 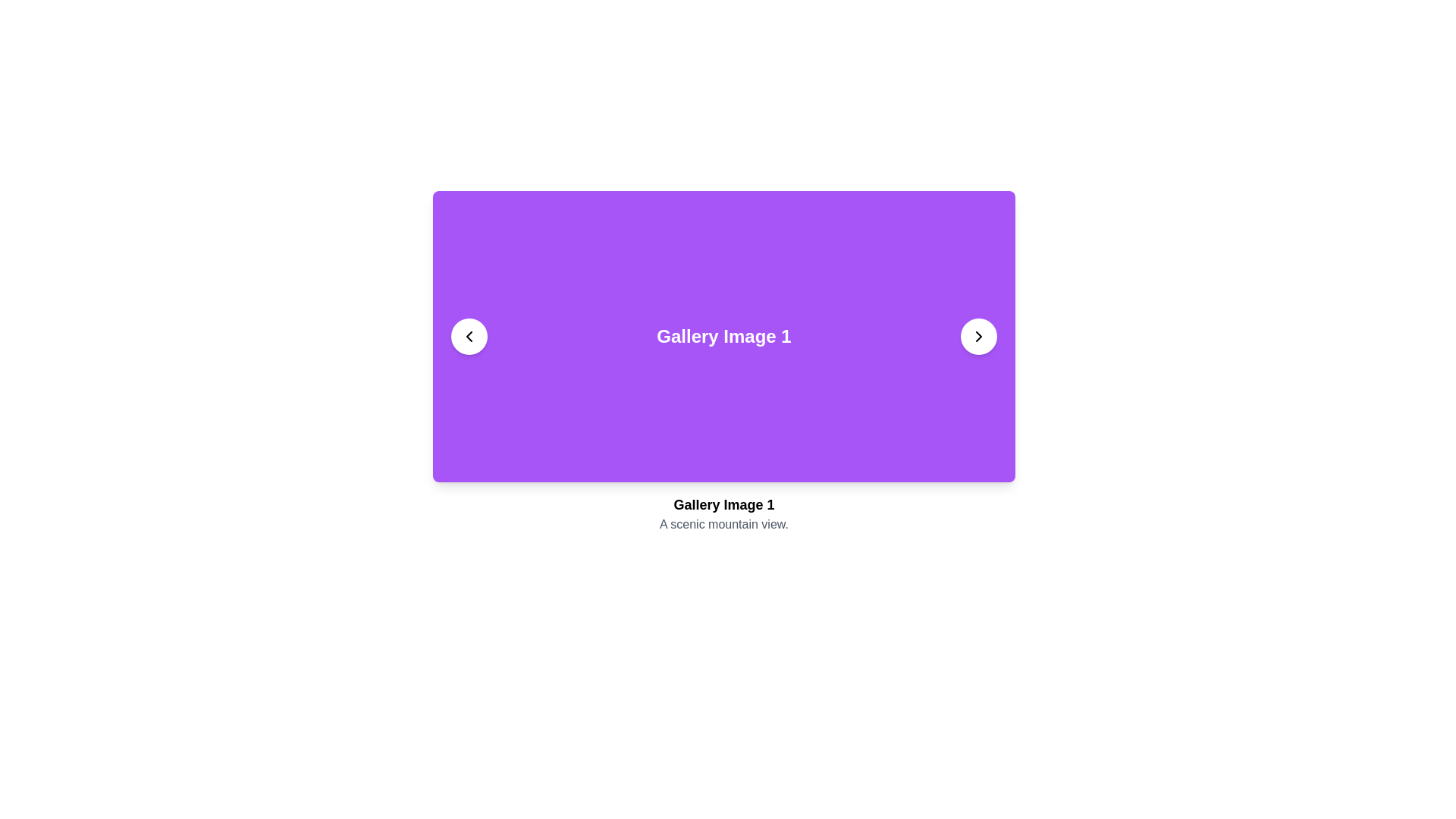 What do you see at coordinates (979, 335) in the screenshot?
I see `the thin chevron-shaped icon pointing to the right, located within a circular button on the far right of the purple panel labeled 'Gallery Image 1'` at bounding box center [979, 335].